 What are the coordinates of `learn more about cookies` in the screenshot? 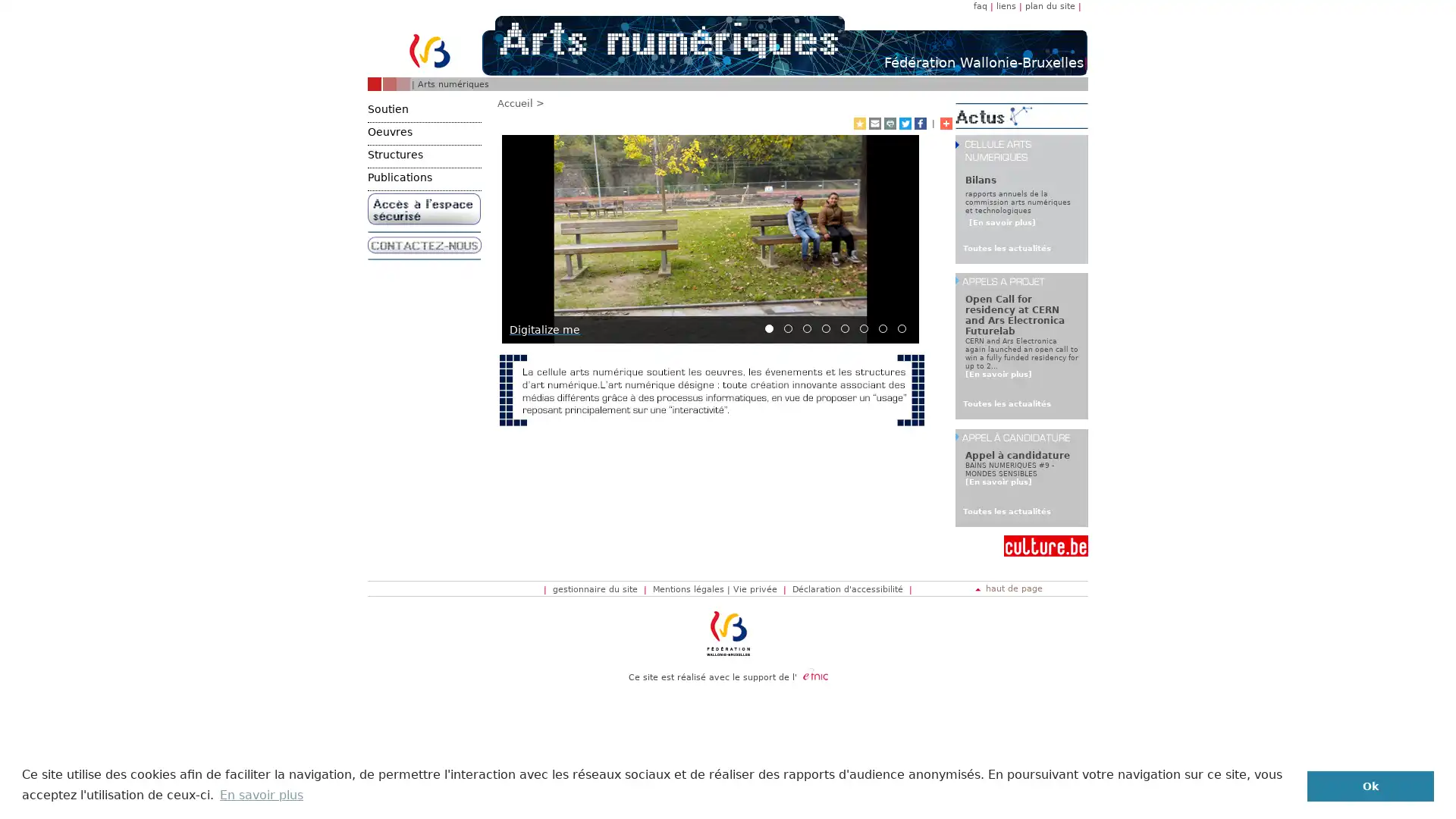 It's located at (261, 794).